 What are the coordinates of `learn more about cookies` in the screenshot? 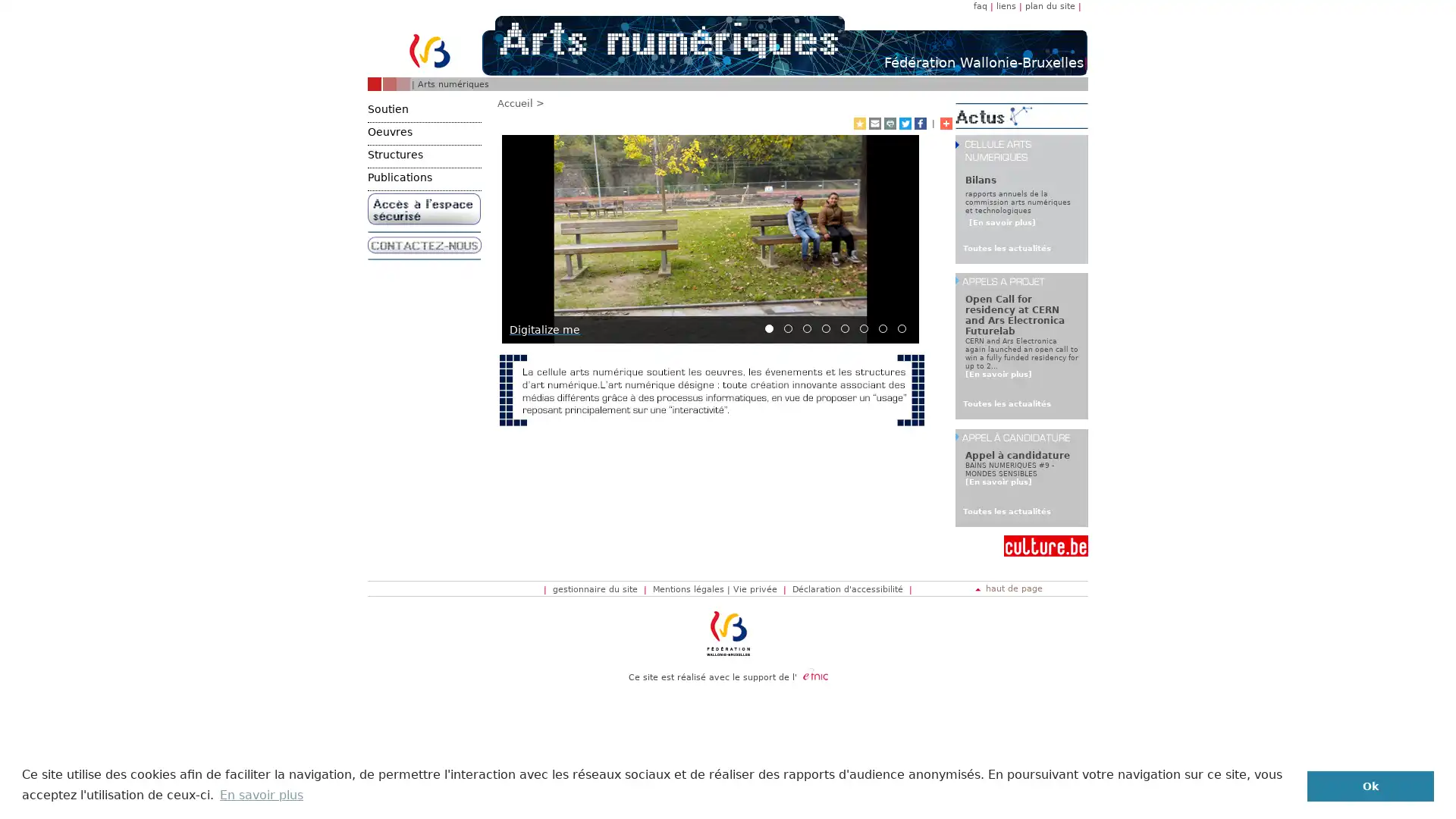 It's located at (261, 794).